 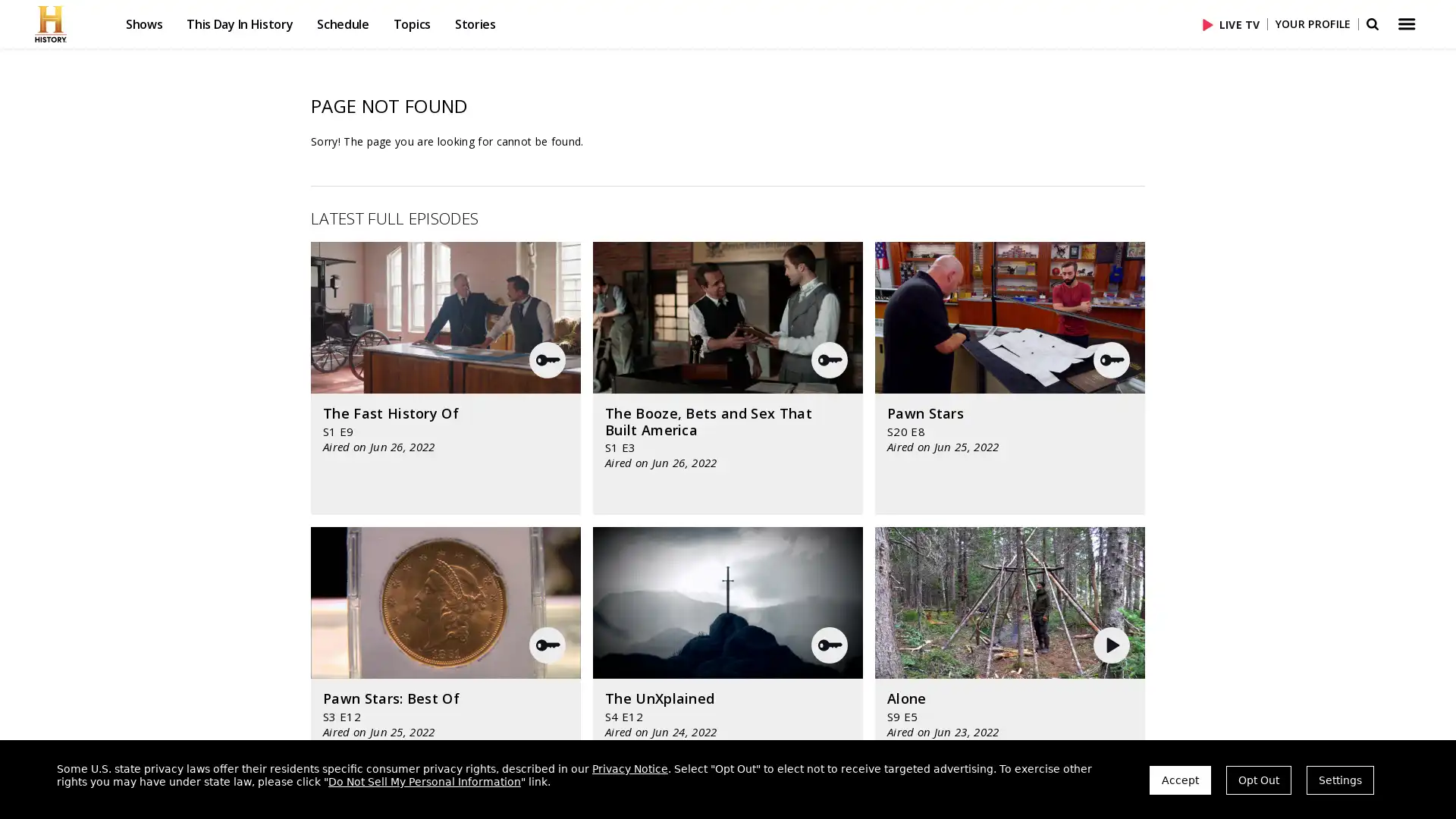 I want to click on Shows, so click(x=144, y=24).